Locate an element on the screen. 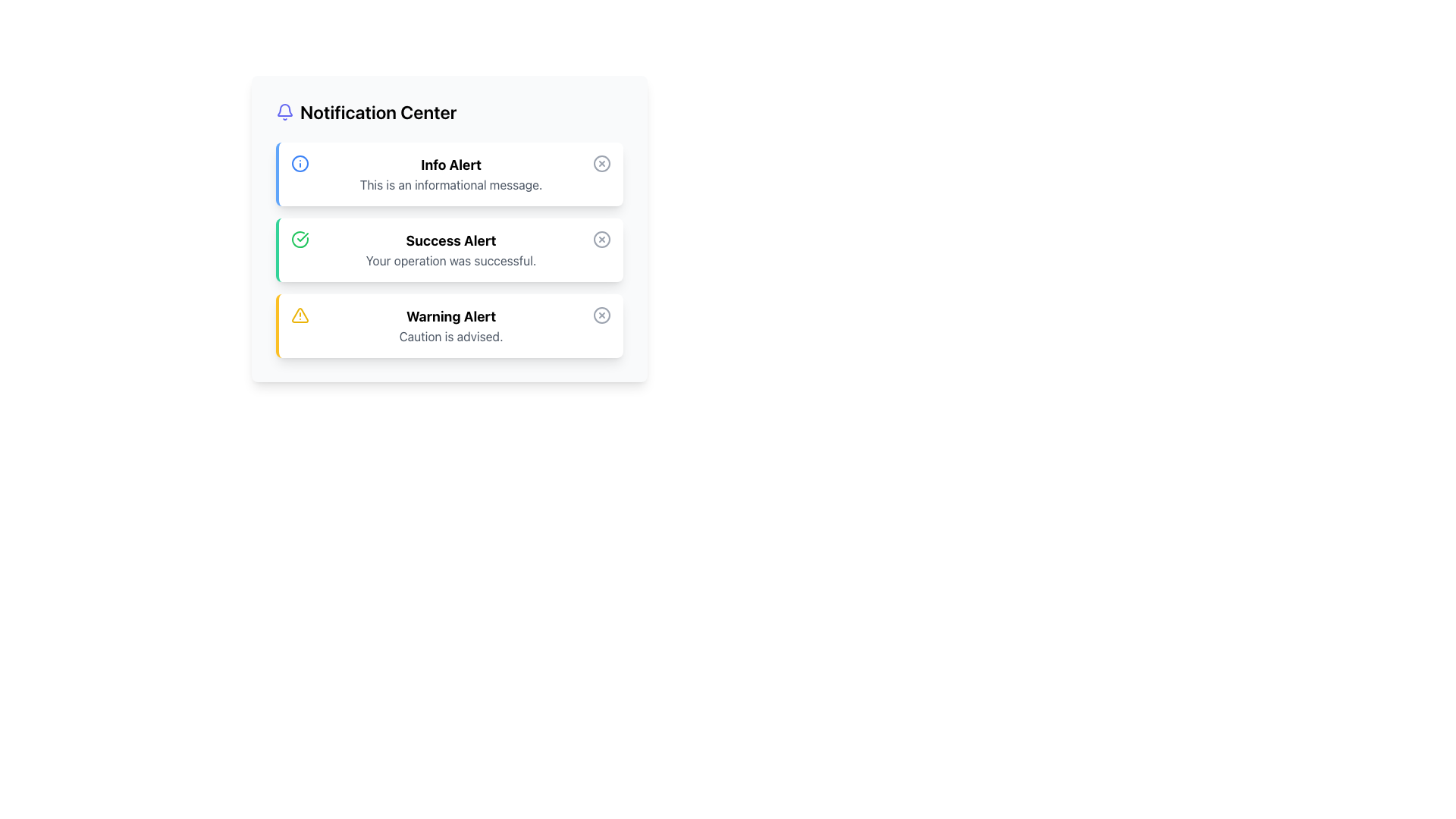 The image size is (1456, 819). the circular icon with a green border and white interior featuring a green check mark, which is located next to the text 'Success Alert Your operation was successful.' is located at coordinates (300, 239).